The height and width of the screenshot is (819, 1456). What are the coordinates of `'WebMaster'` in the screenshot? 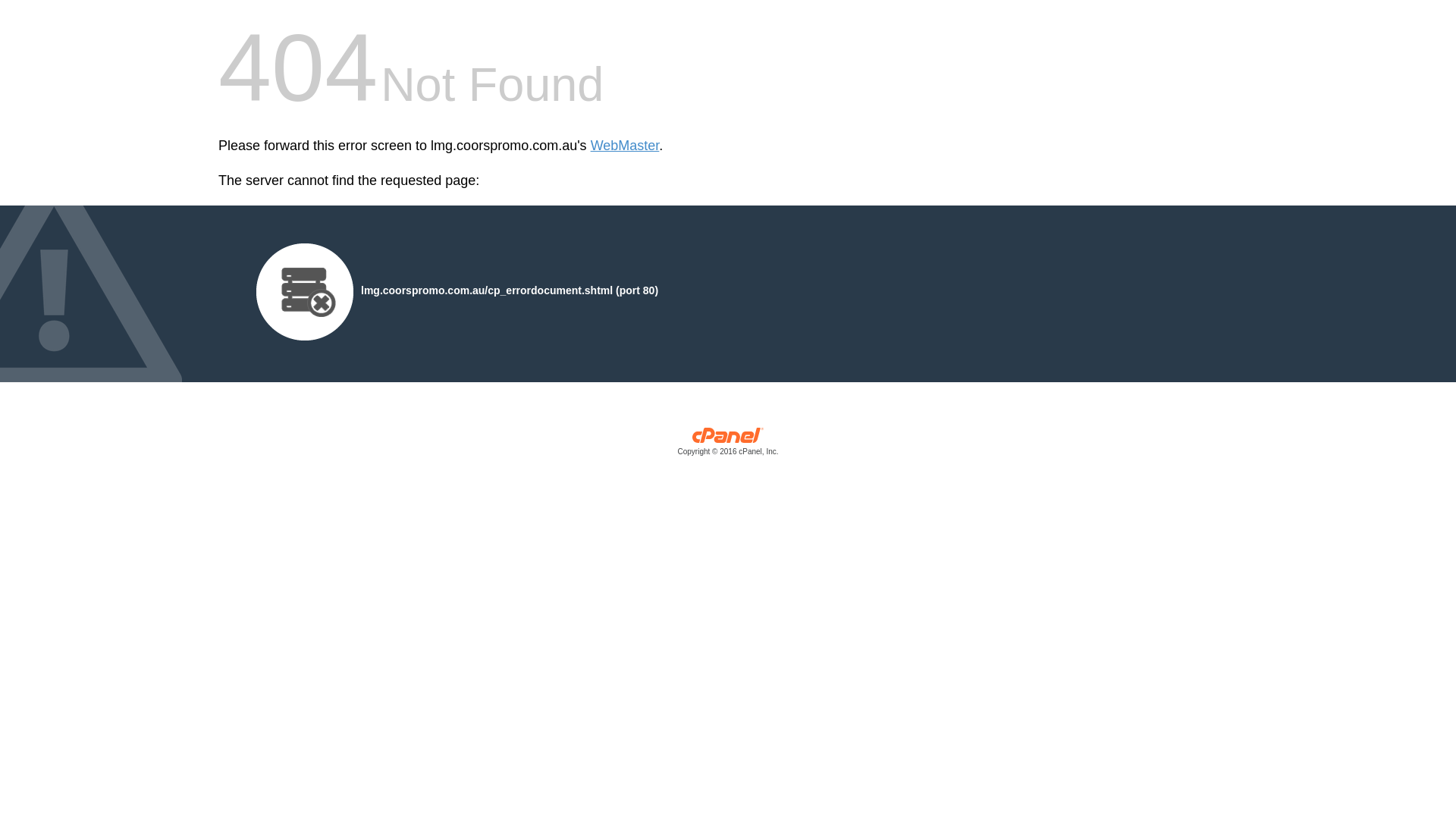 It's located at (625, 146).